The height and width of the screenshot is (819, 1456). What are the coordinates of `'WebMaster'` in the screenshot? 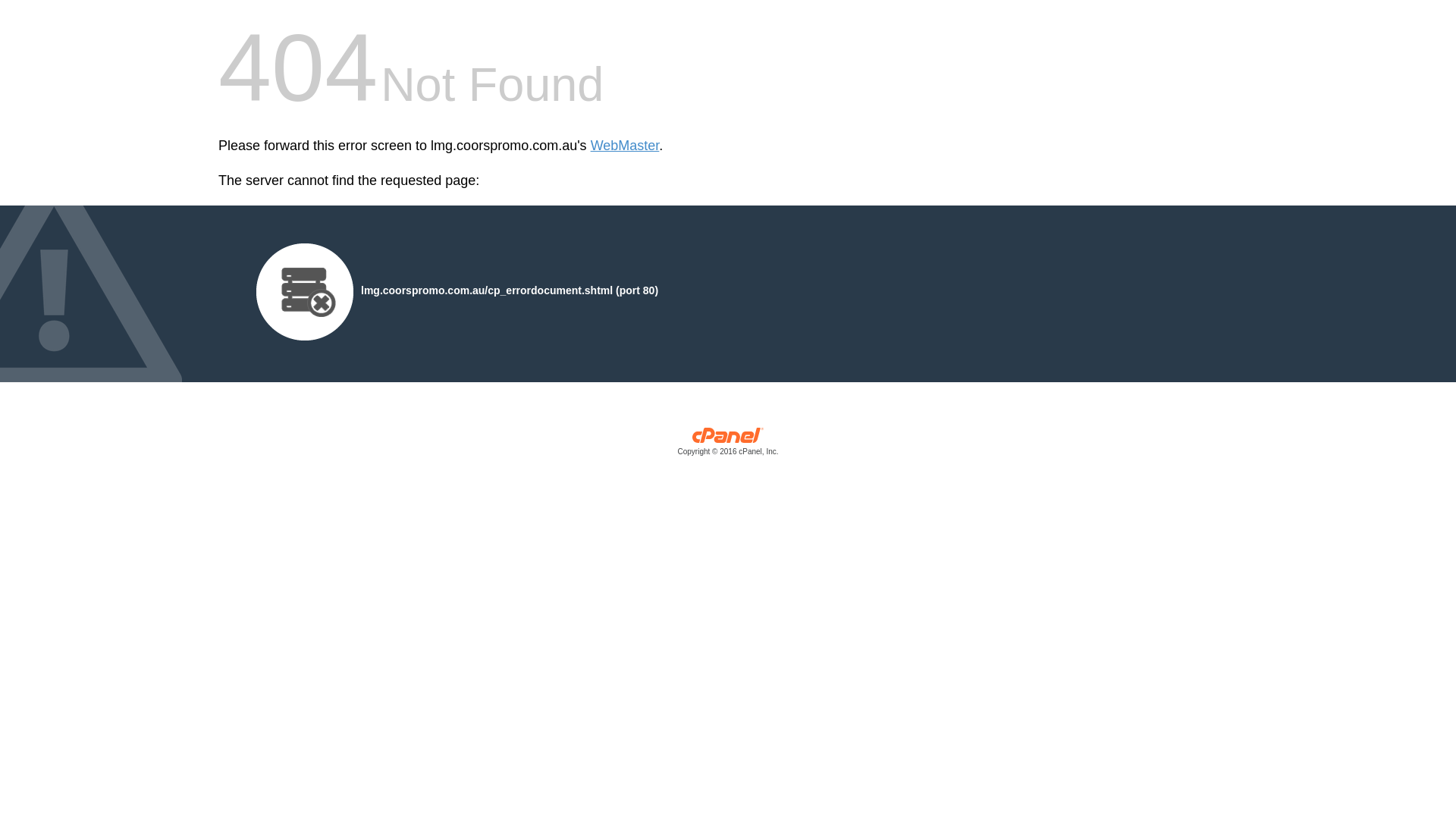 It's located at (625, 146).